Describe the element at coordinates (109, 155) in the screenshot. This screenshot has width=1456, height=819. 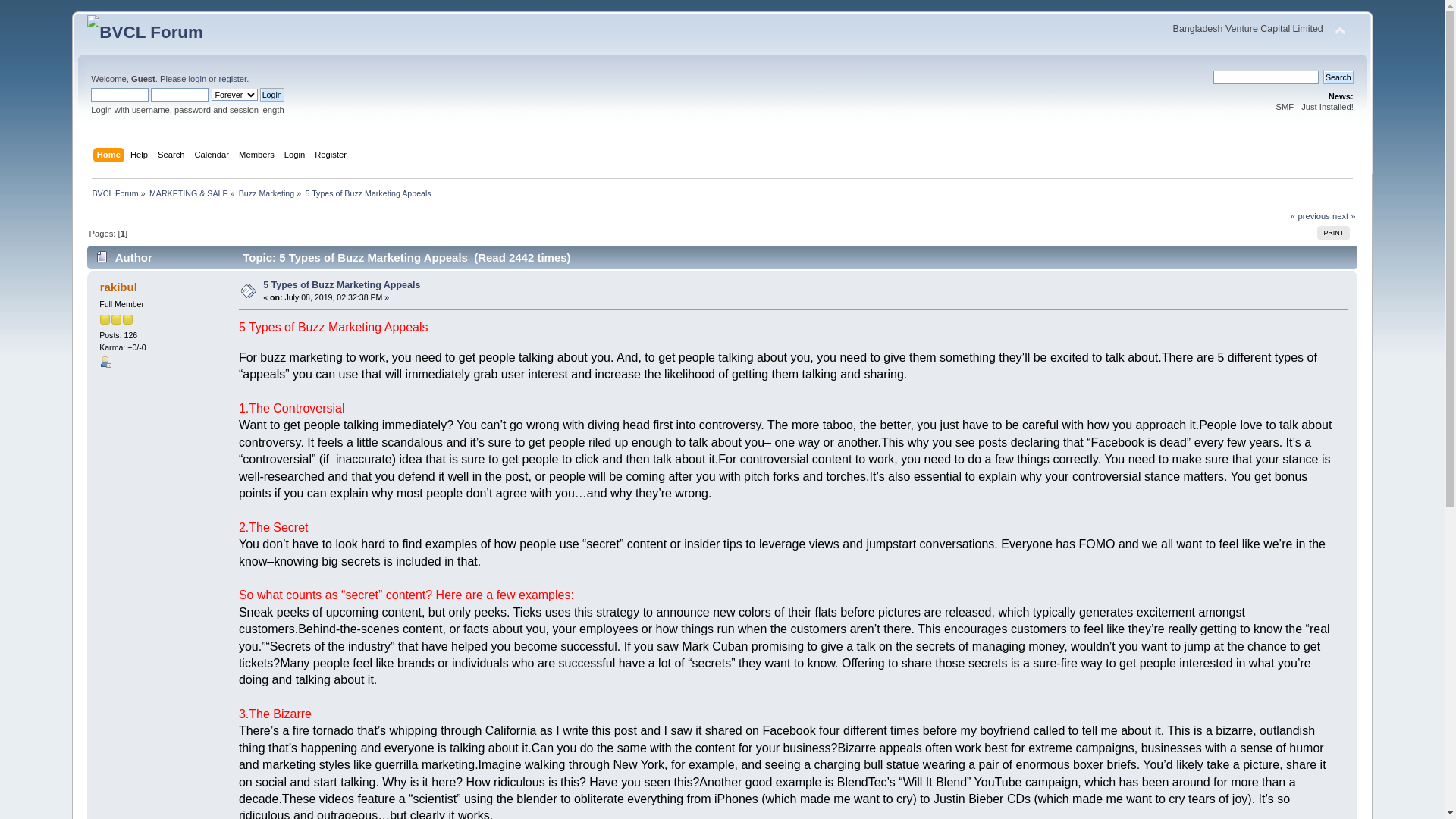
I see `'Home'` at that location.